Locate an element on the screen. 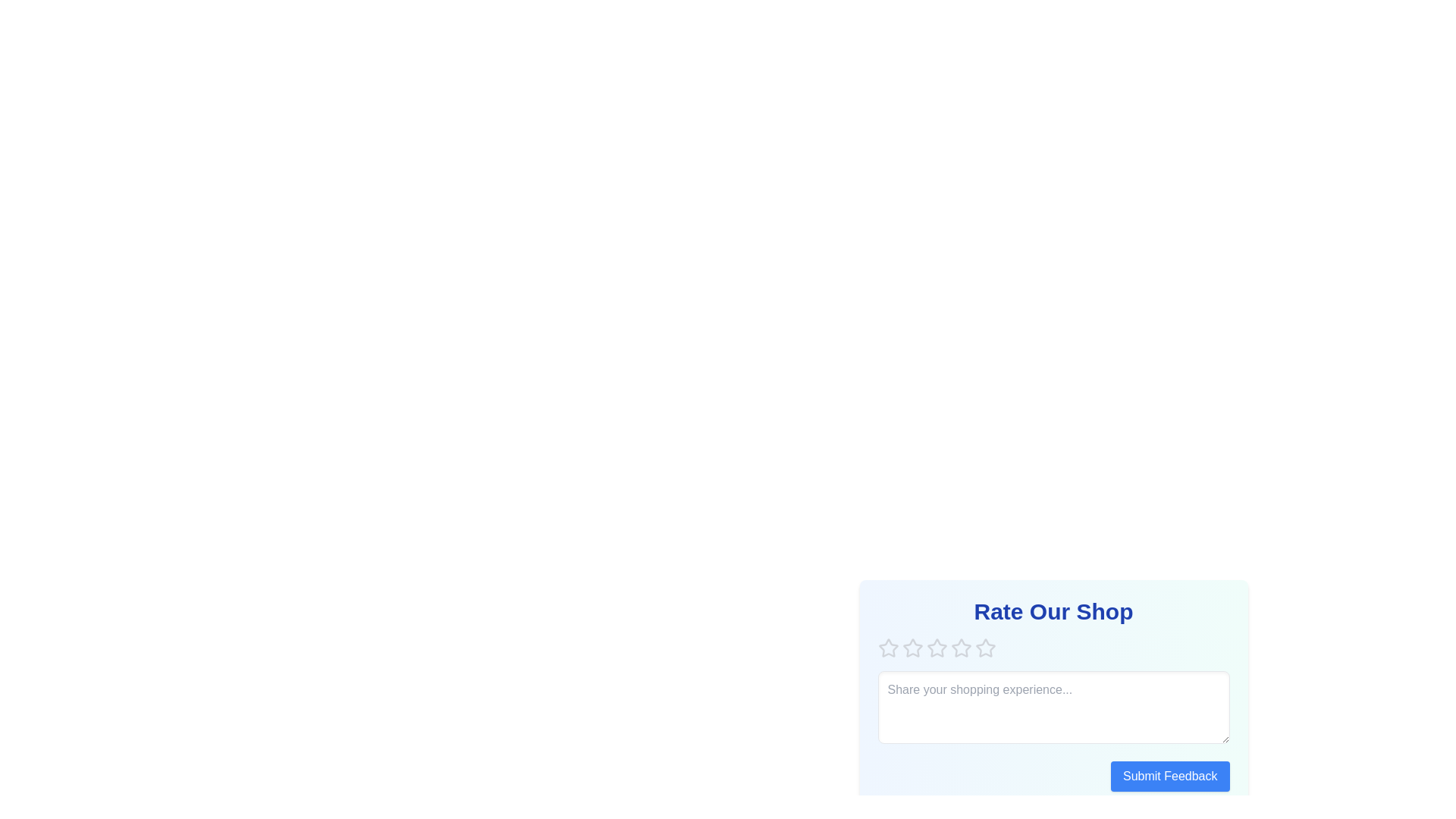 This screenshot has height=819, width=1456. the star corresponding to the rating 5 is located at coordinates (985, 648).